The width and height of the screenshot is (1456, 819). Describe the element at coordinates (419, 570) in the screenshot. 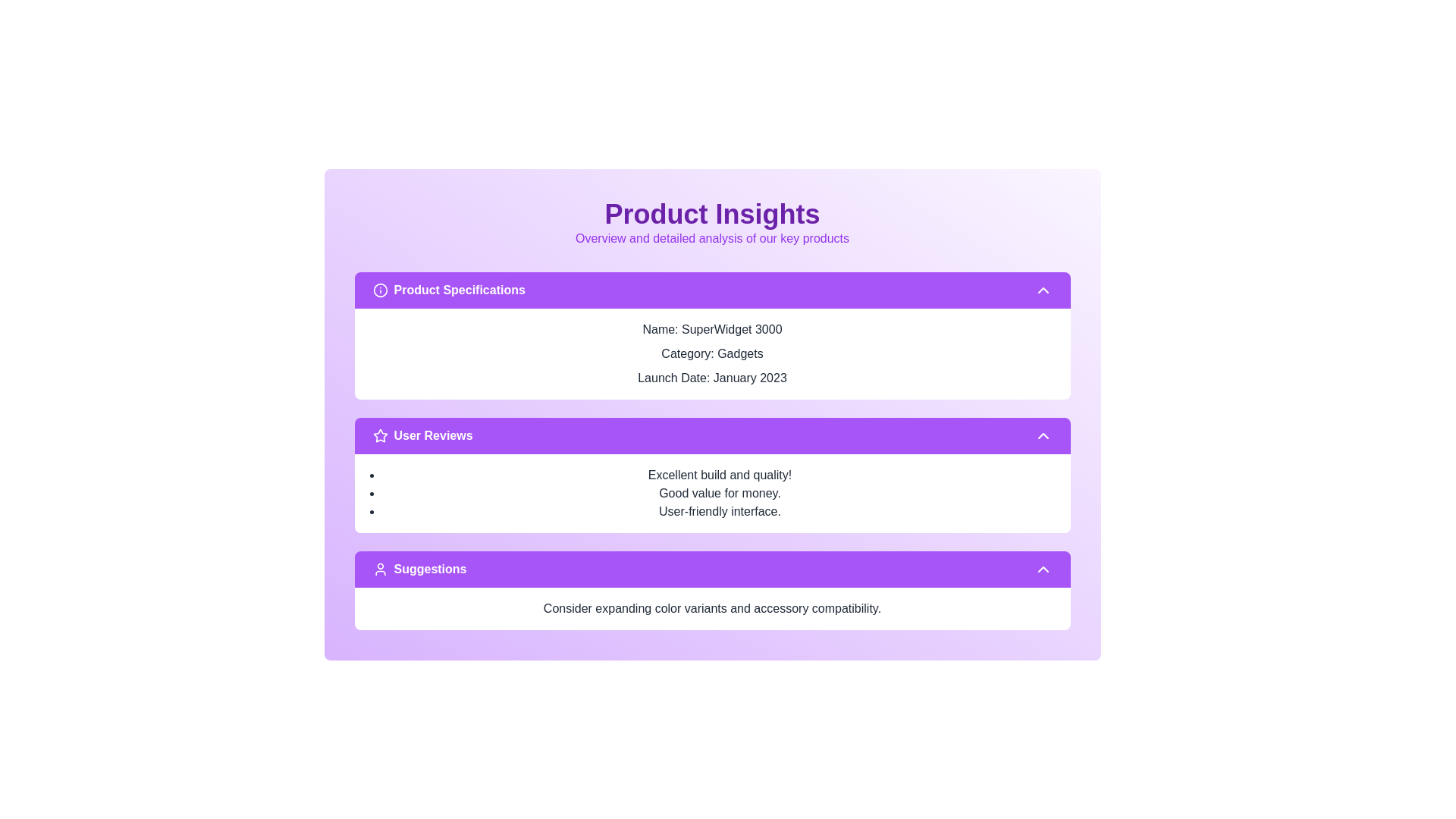

I see `text of the header section labeled 'Suggestions', which is located at the bottom of the vertical stack of panels including 'Product Specifications' and 'User Reviews'` at that location.